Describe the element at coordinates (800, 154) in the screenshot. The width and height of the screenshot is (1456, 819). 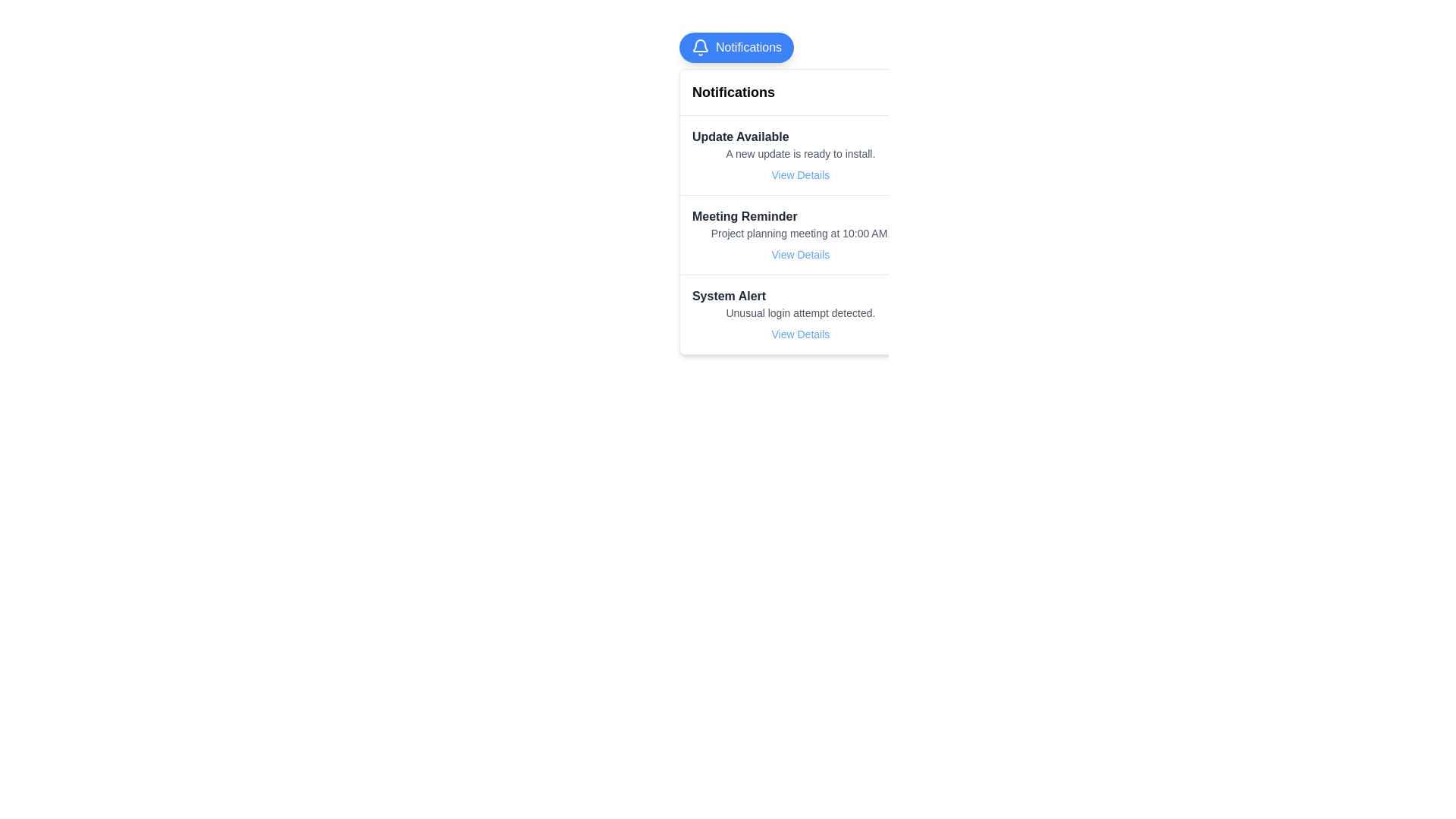
I see `detailed text below the title 'Update Available' to understand the update details` at that location.